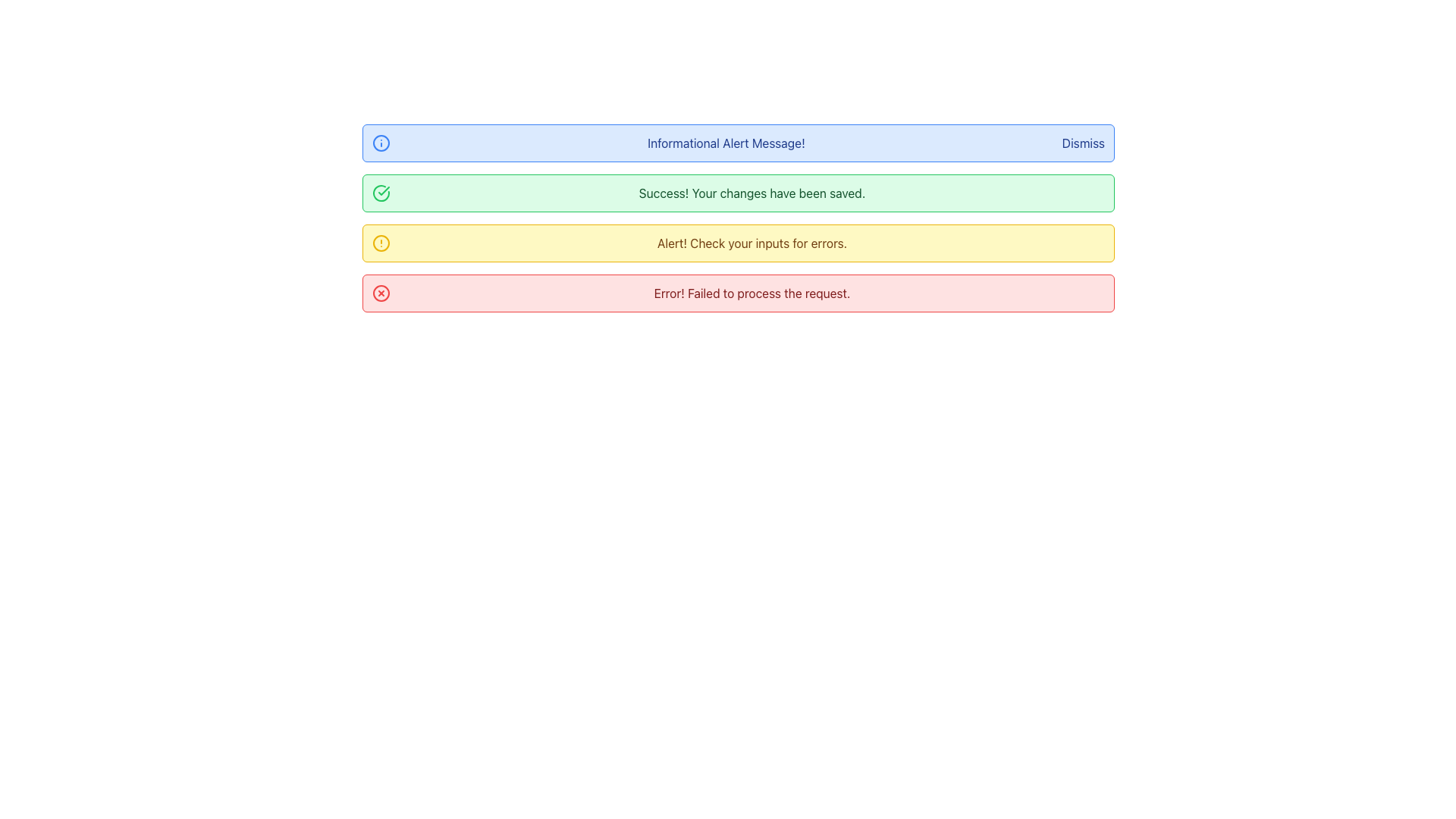  Describe the element at coordinates (381, 143) in the screenshot. I see `the small circular icon with a blue outline and a white background, located inside the blue header of the 'Informational Alert' message, to the left of the message text 'Informational Alert Message!'` at that location.